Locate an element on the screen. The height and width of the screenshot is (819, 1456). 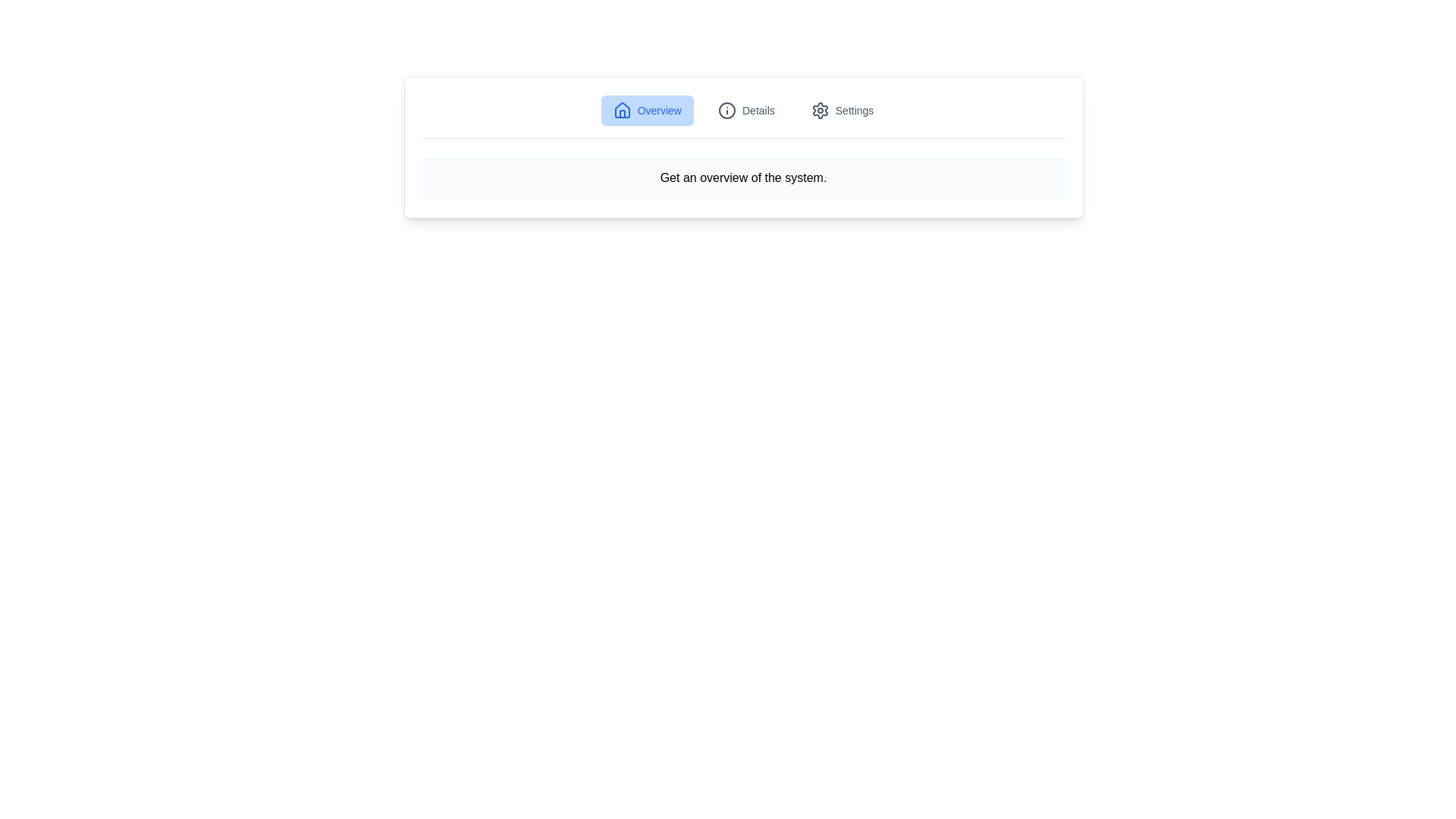
the navigation label within the button component that signifies access to the overview section of the application is located at coordinates (659, 110).